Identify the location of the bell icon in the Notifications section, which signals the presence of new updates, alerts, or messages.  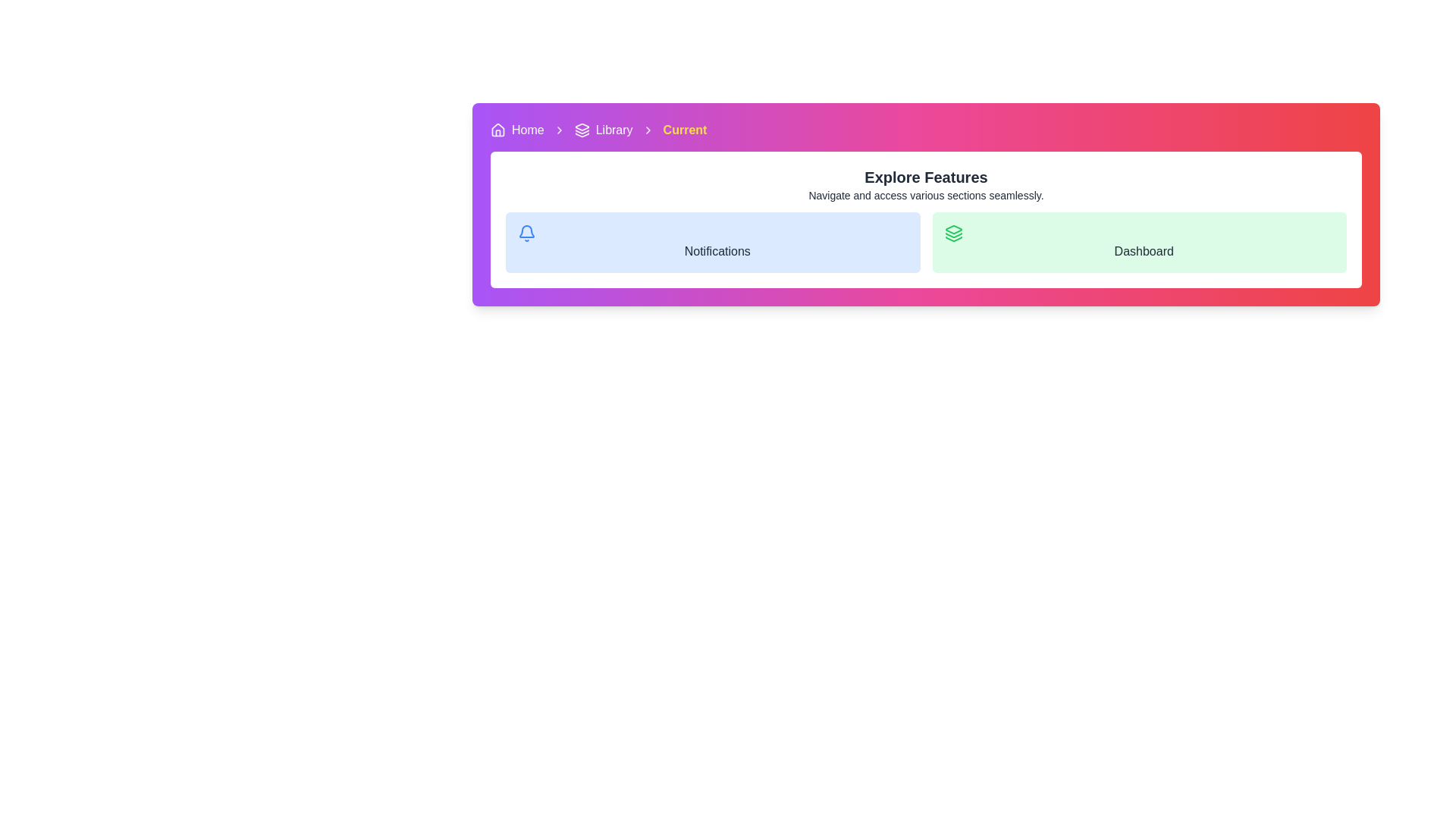
(527, 234).